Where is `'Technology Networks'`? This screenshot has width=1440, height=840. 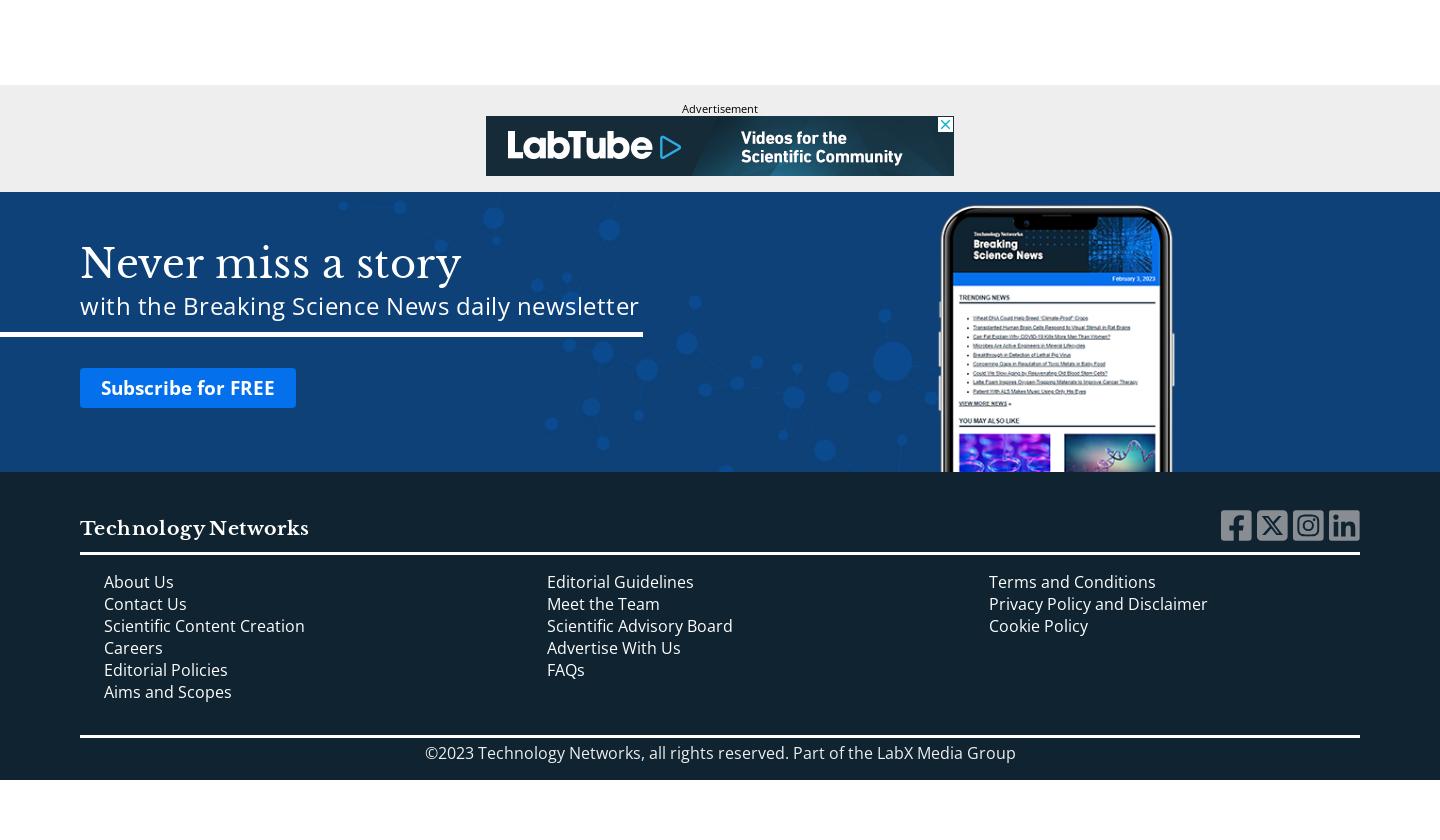
'Technology Networks' is located at coordinates (194, 527).